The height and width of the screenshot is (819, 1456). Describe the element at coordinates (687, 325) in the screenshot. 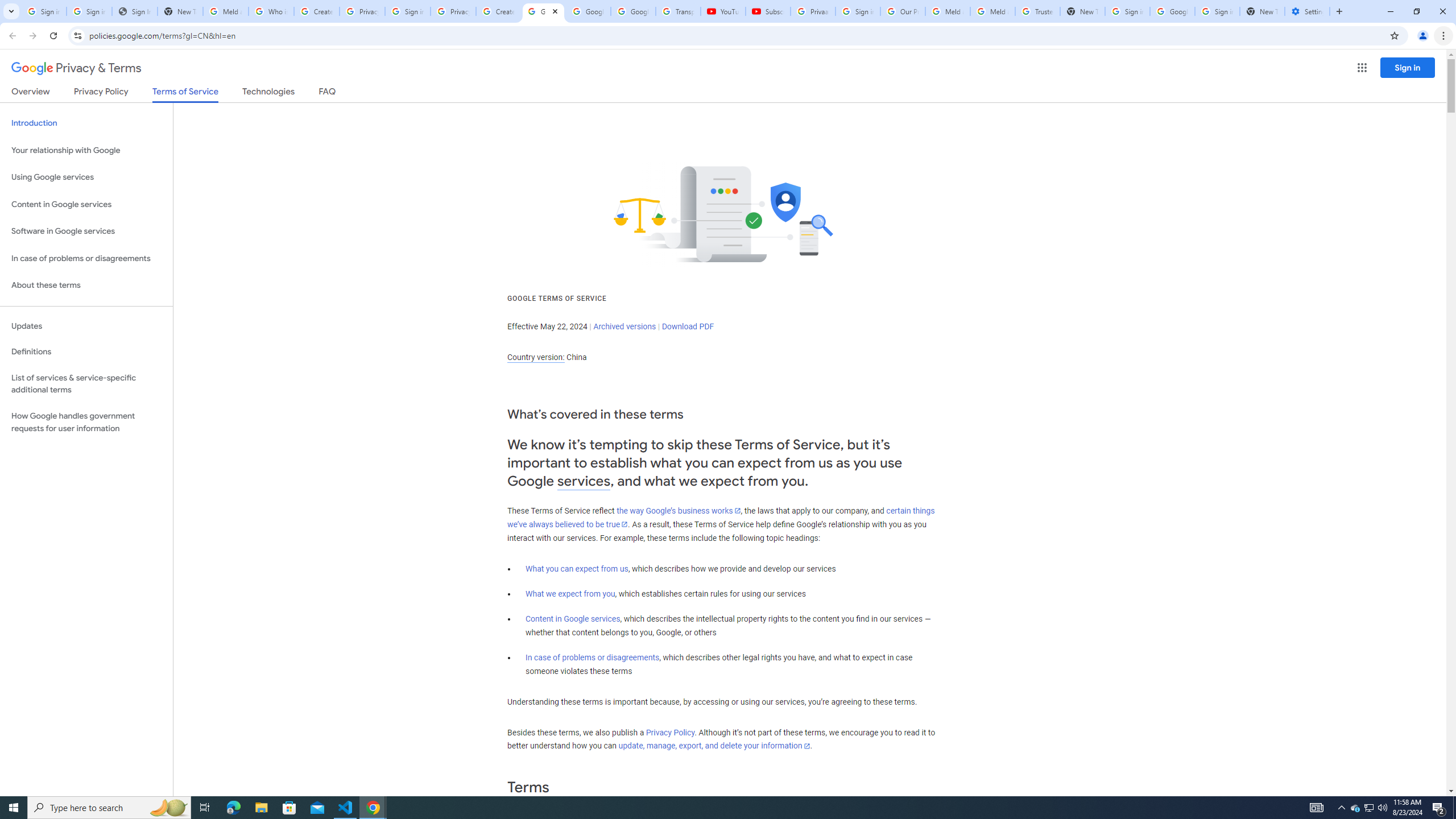

I see `'Download PDF'` at that location.